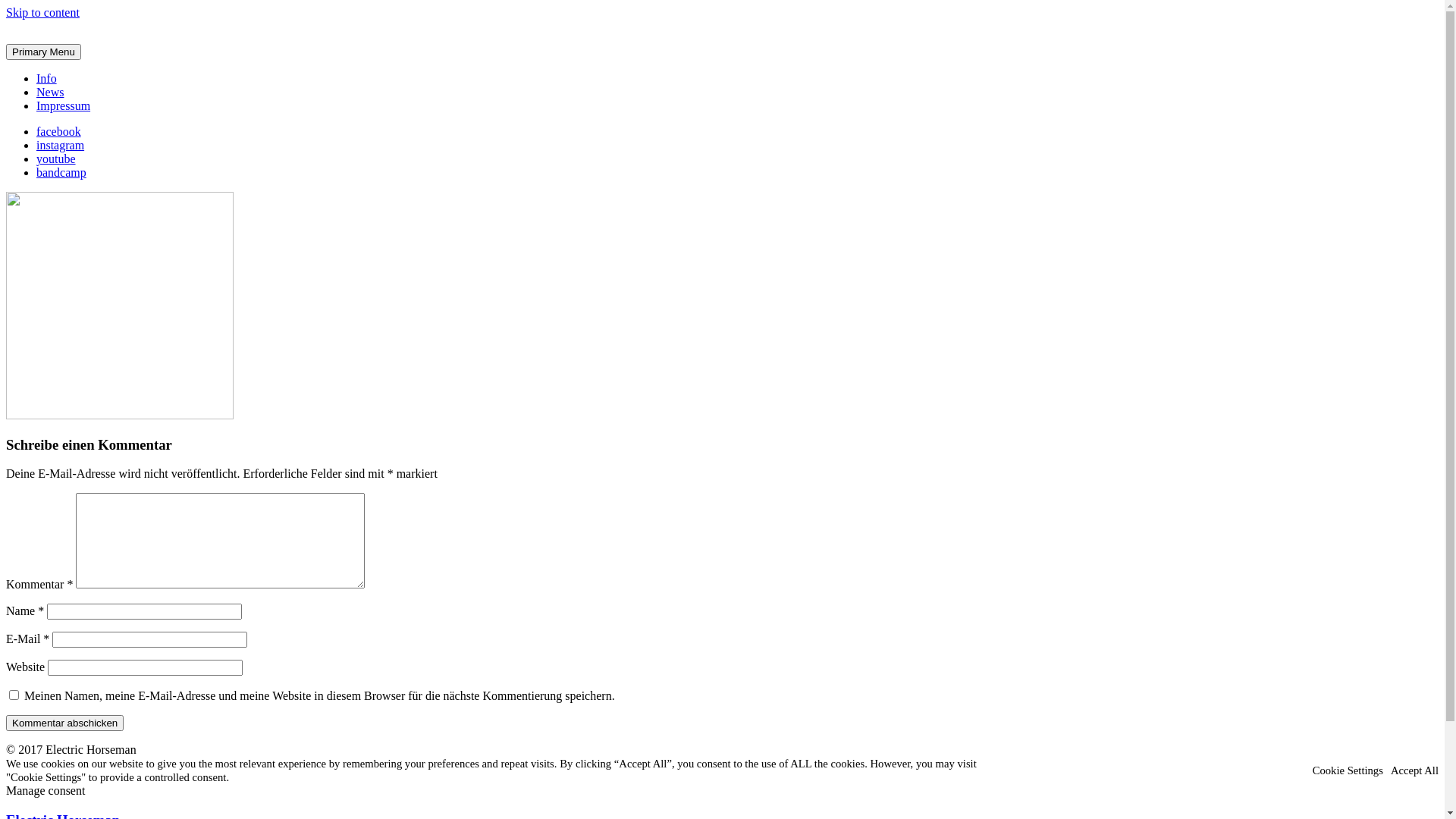 The height and width of the screenshot is (819, 1456). I want to click on 'Skip to content', so click(42, 12).